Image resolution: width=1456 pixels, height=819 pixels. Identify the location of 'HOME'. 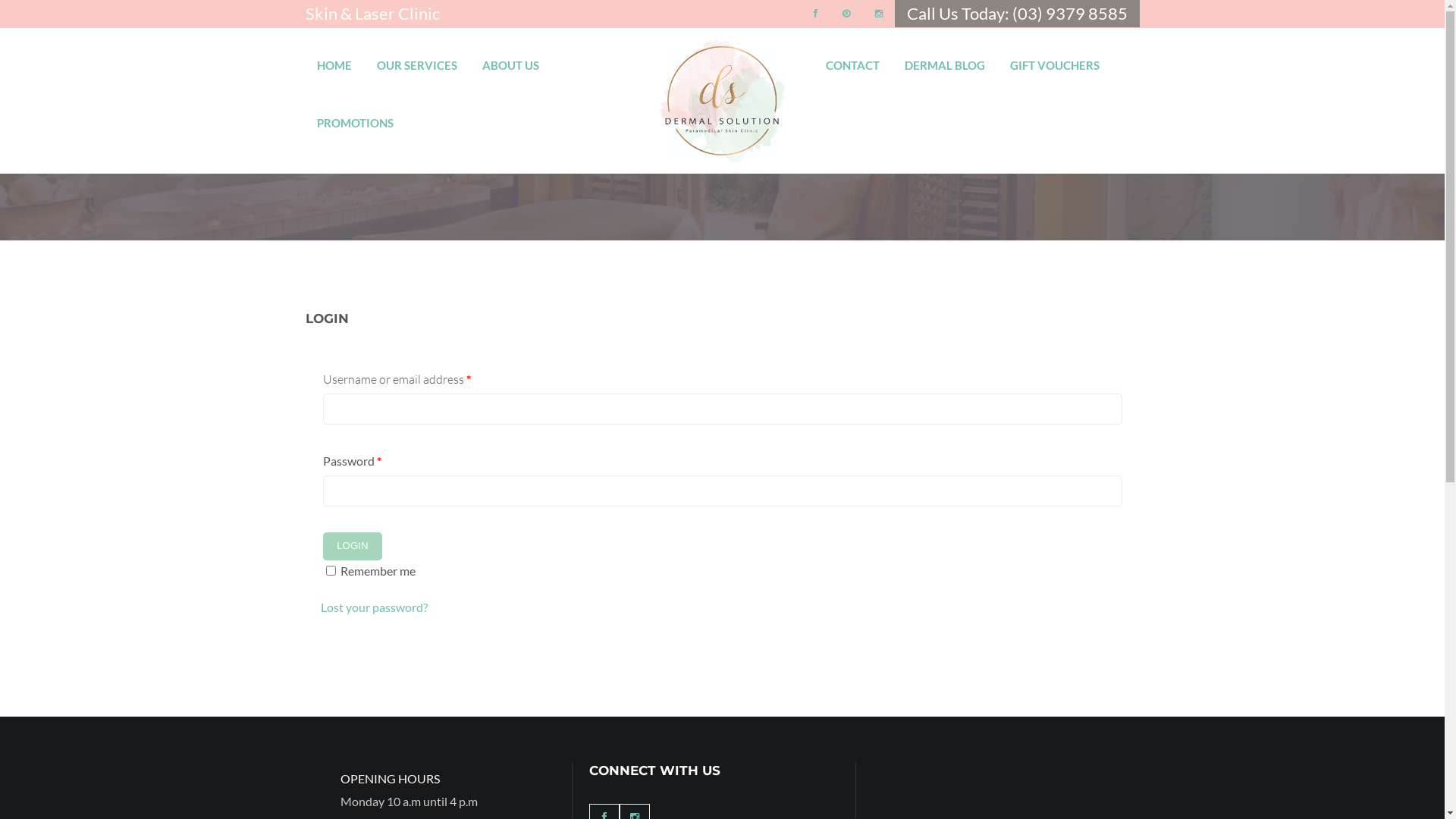
(315, 58).